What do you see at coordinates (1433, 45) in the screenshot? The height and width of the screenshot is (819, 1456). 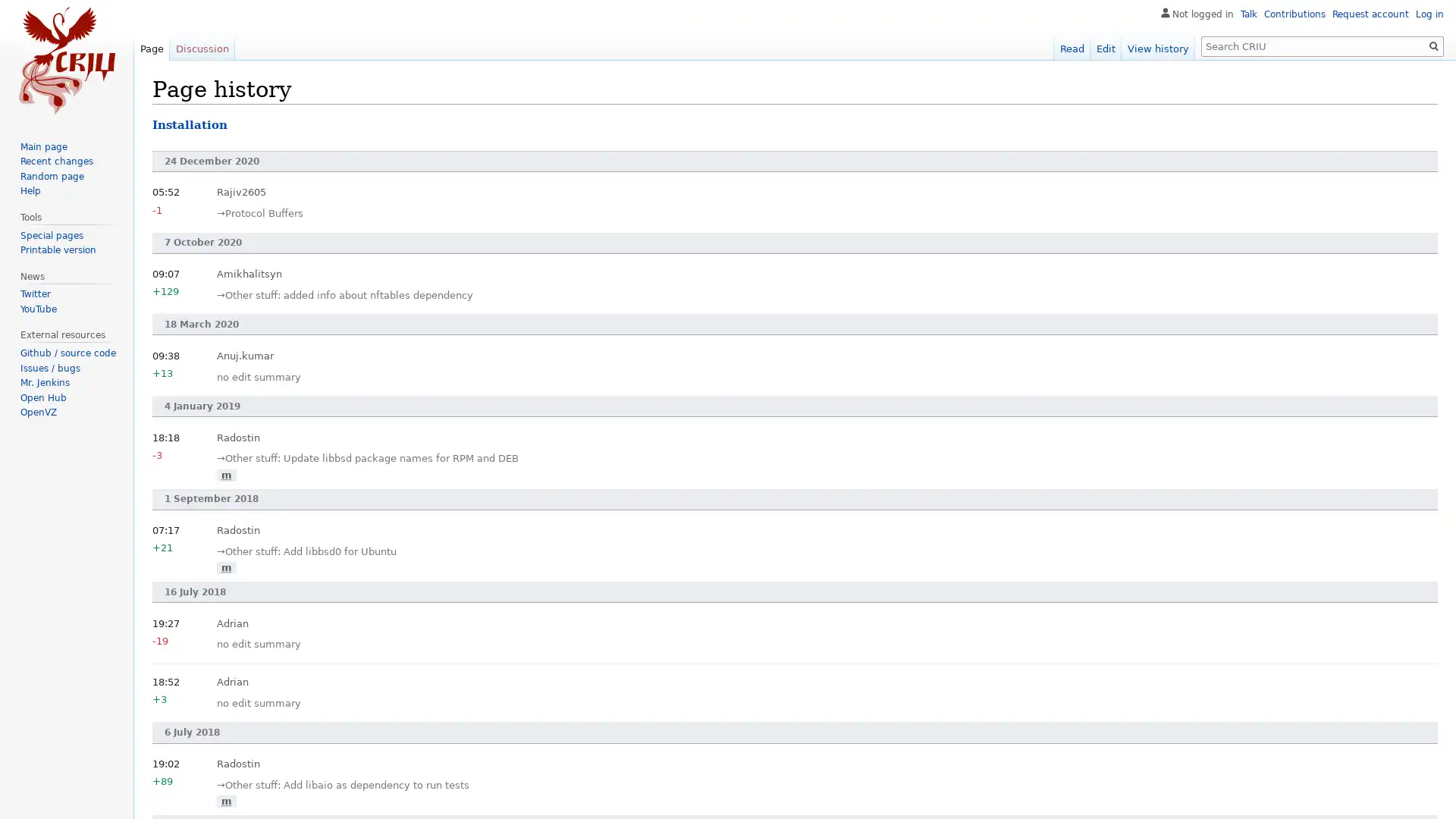 I see `Go` at bounding box center [1433, 45].